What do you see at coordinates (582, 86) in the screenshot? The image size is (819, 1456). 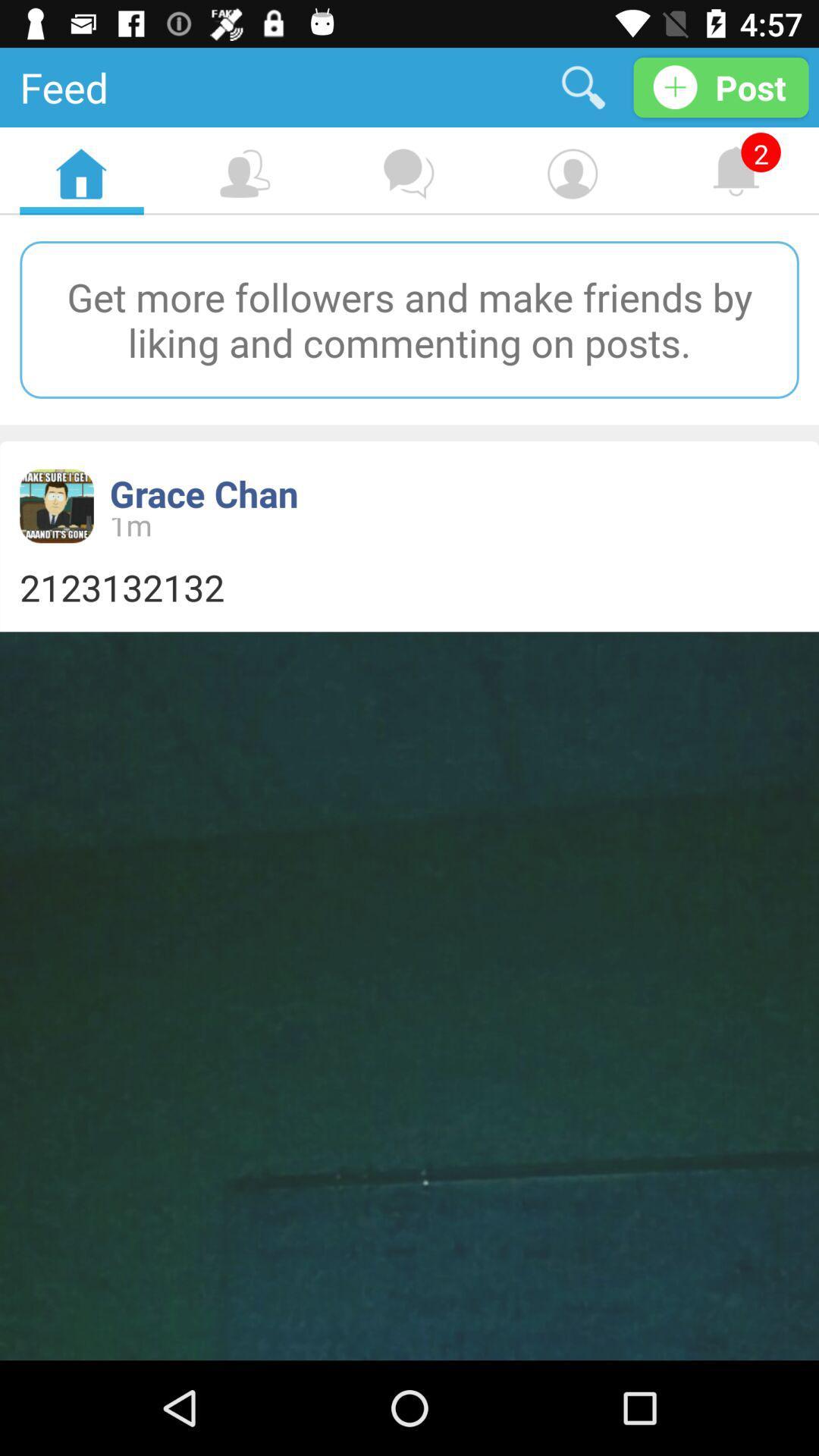 I see `the item next to post` at bounding box center [582, 86].